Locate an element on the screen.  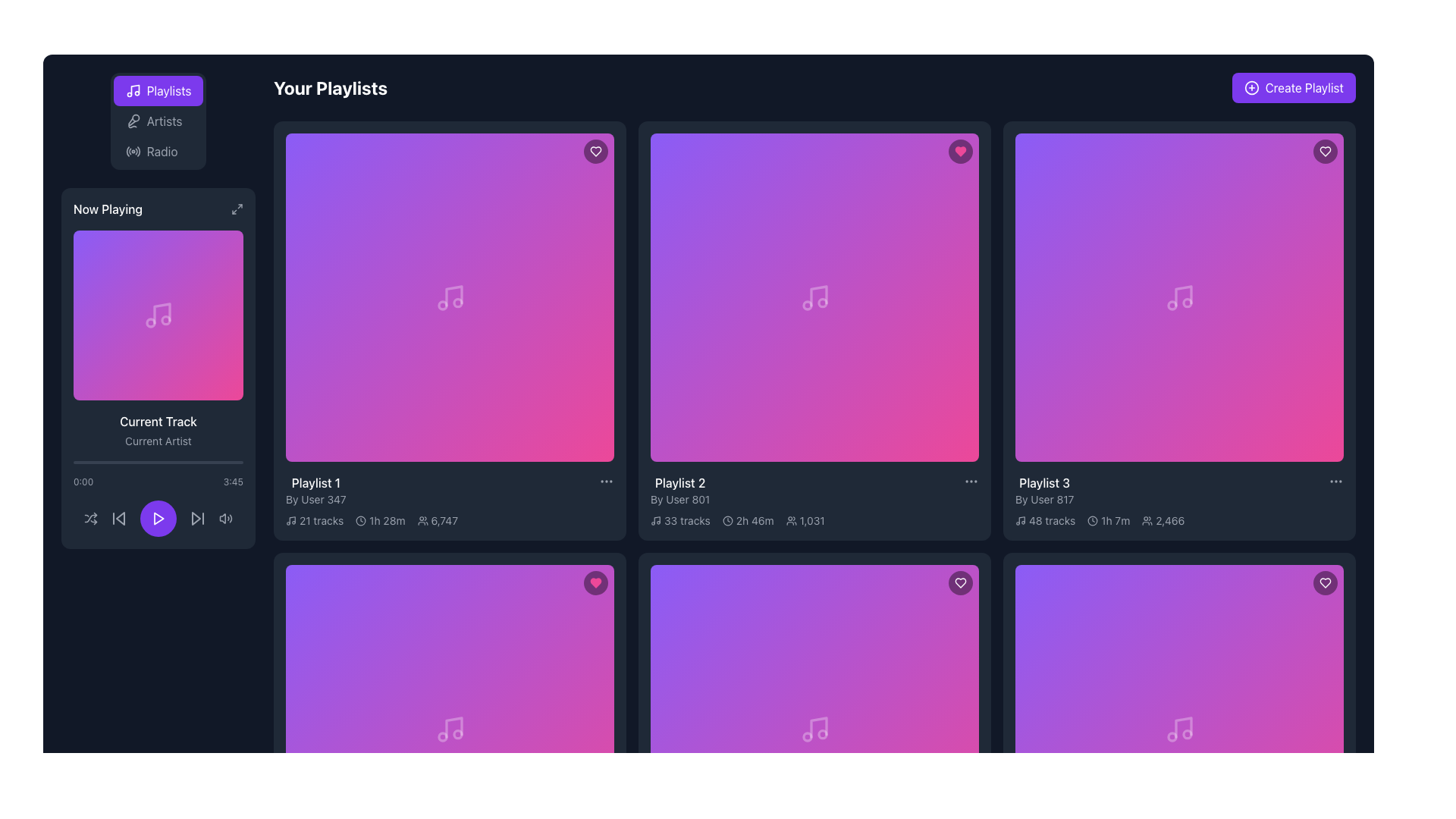
the 'Artists' navigation tab located in the vertical tab bar is located at coordinates (158, 120).